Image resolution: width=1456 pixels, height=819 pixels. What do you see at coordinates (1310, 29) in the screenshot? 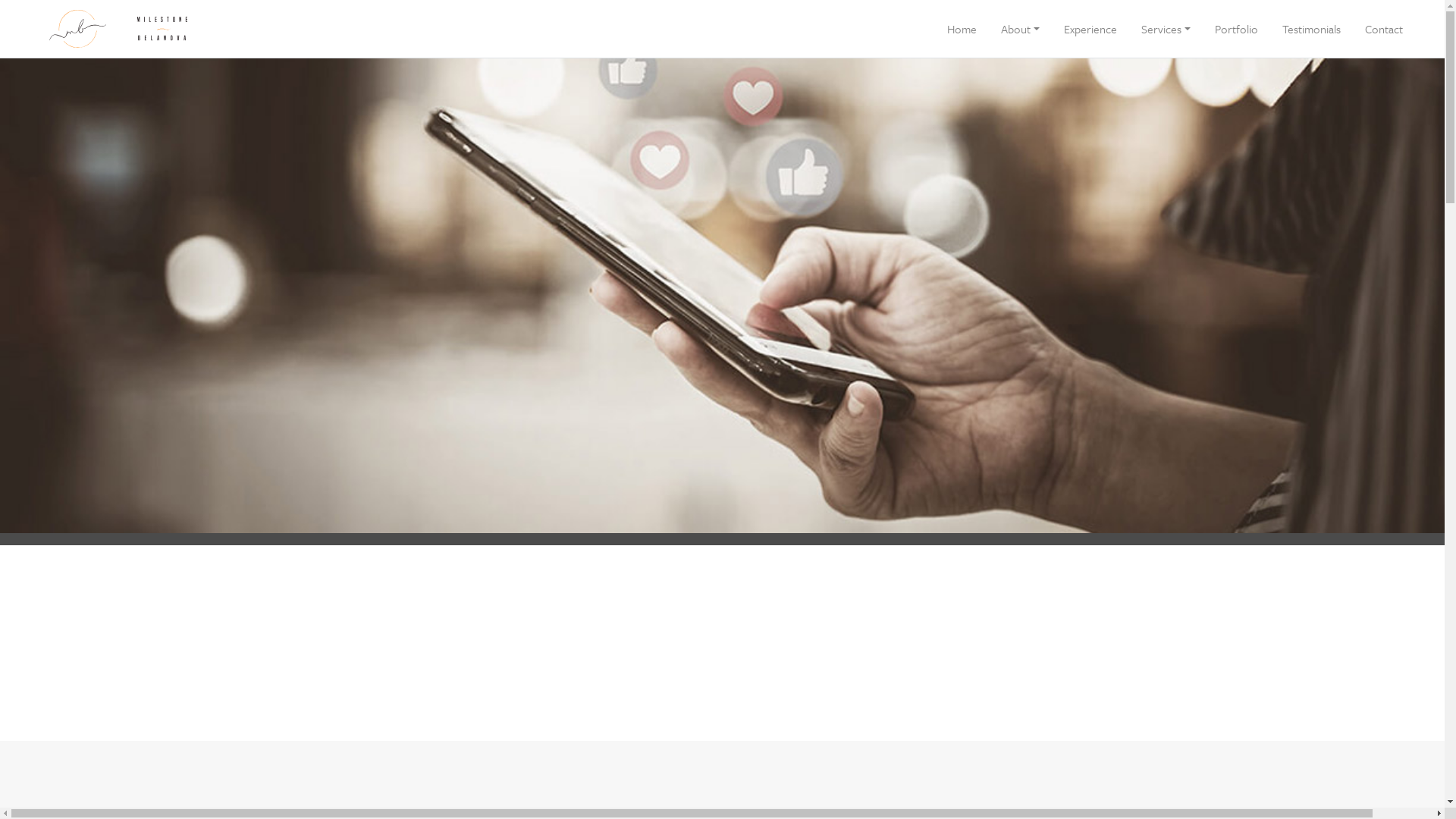
I see `'Testimonials'` at bounding box center [1310, 29].